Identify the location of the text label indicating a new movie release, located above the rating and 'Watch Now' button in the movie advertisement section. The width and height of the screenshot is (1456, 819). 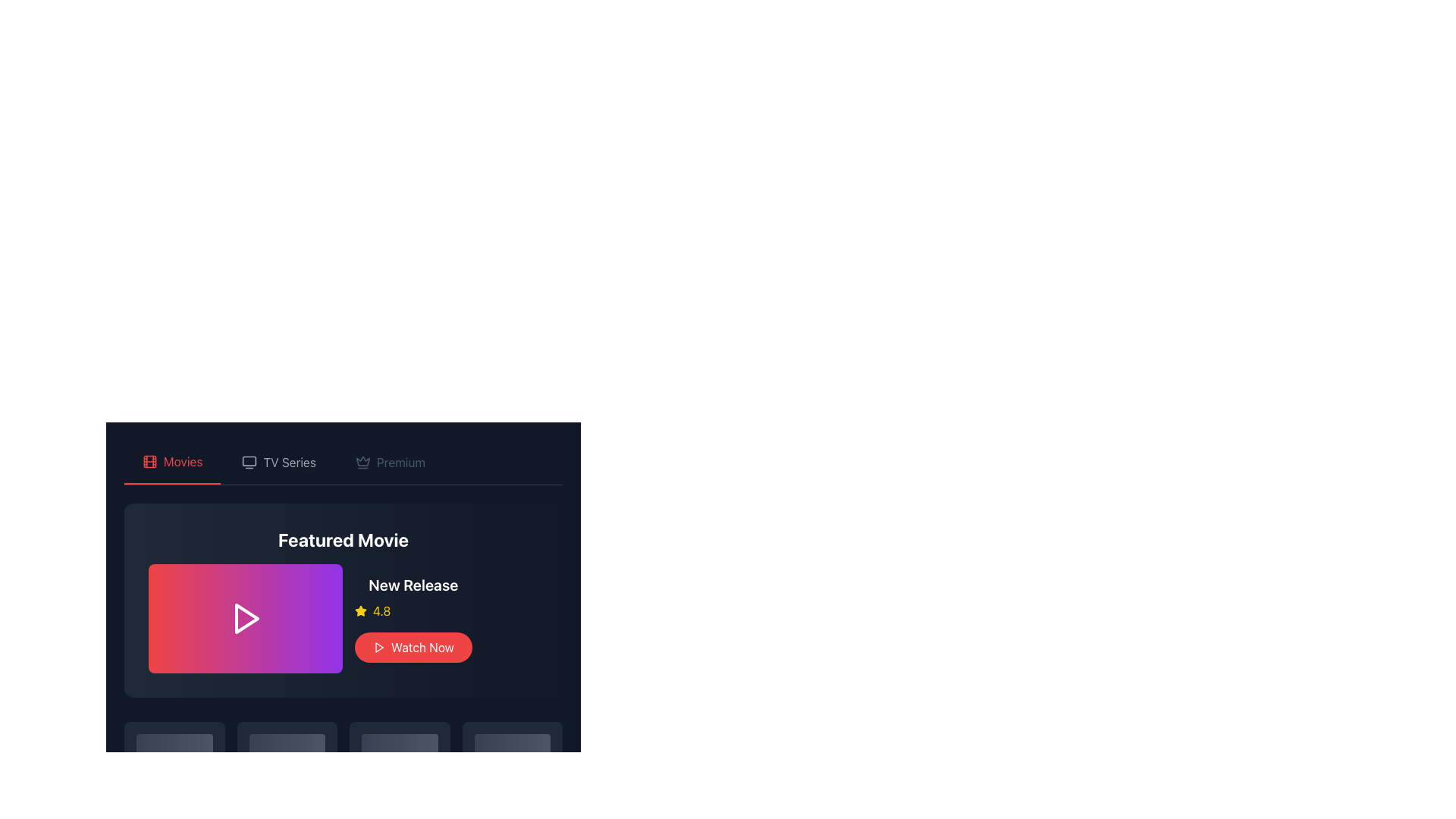
(413, 584).